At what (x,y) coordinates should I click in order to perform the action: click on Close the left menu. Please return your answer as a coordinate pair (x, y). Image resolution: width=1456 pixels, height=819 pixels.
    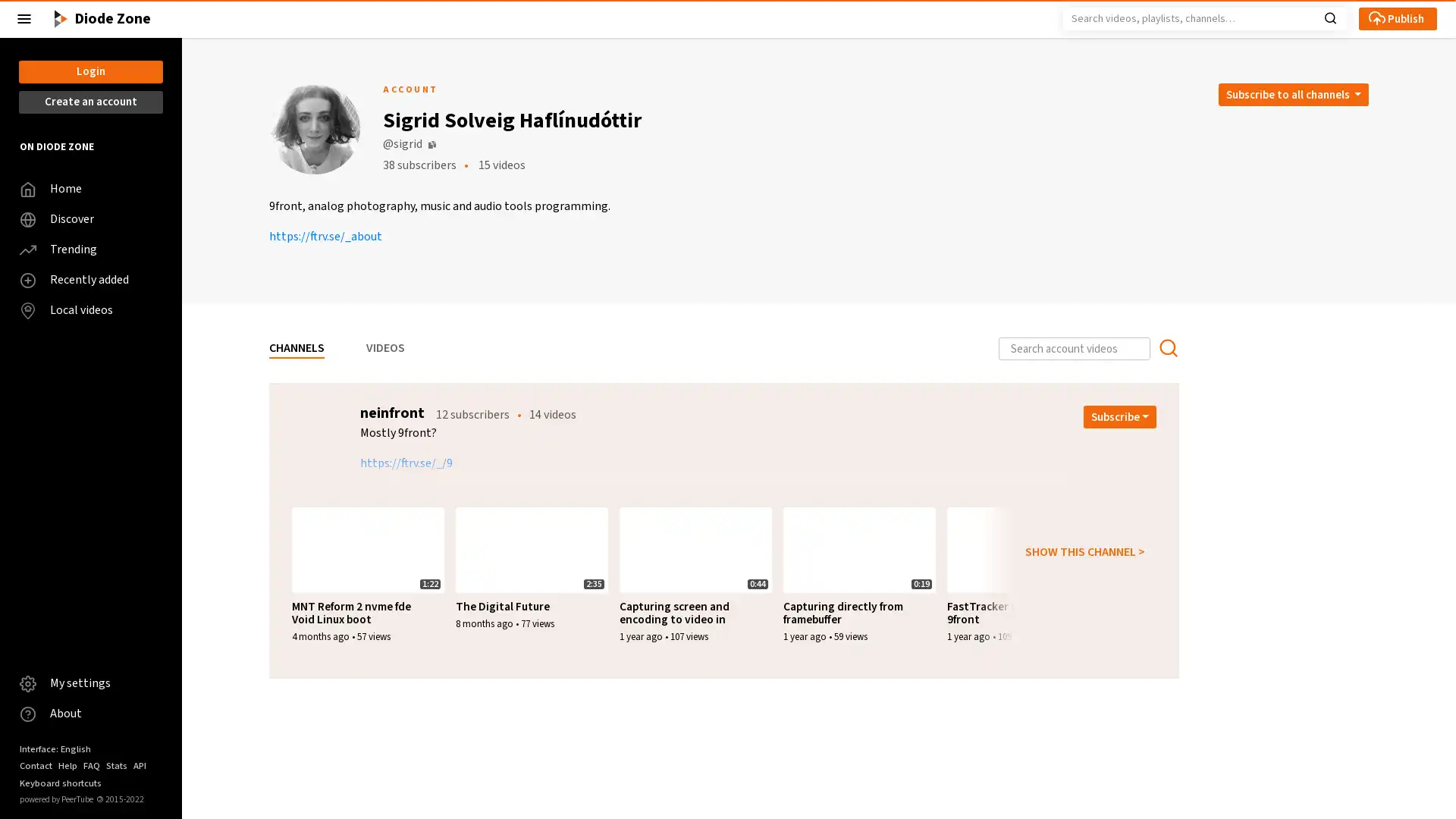
    Looking at the image, I should click on (24, 18).